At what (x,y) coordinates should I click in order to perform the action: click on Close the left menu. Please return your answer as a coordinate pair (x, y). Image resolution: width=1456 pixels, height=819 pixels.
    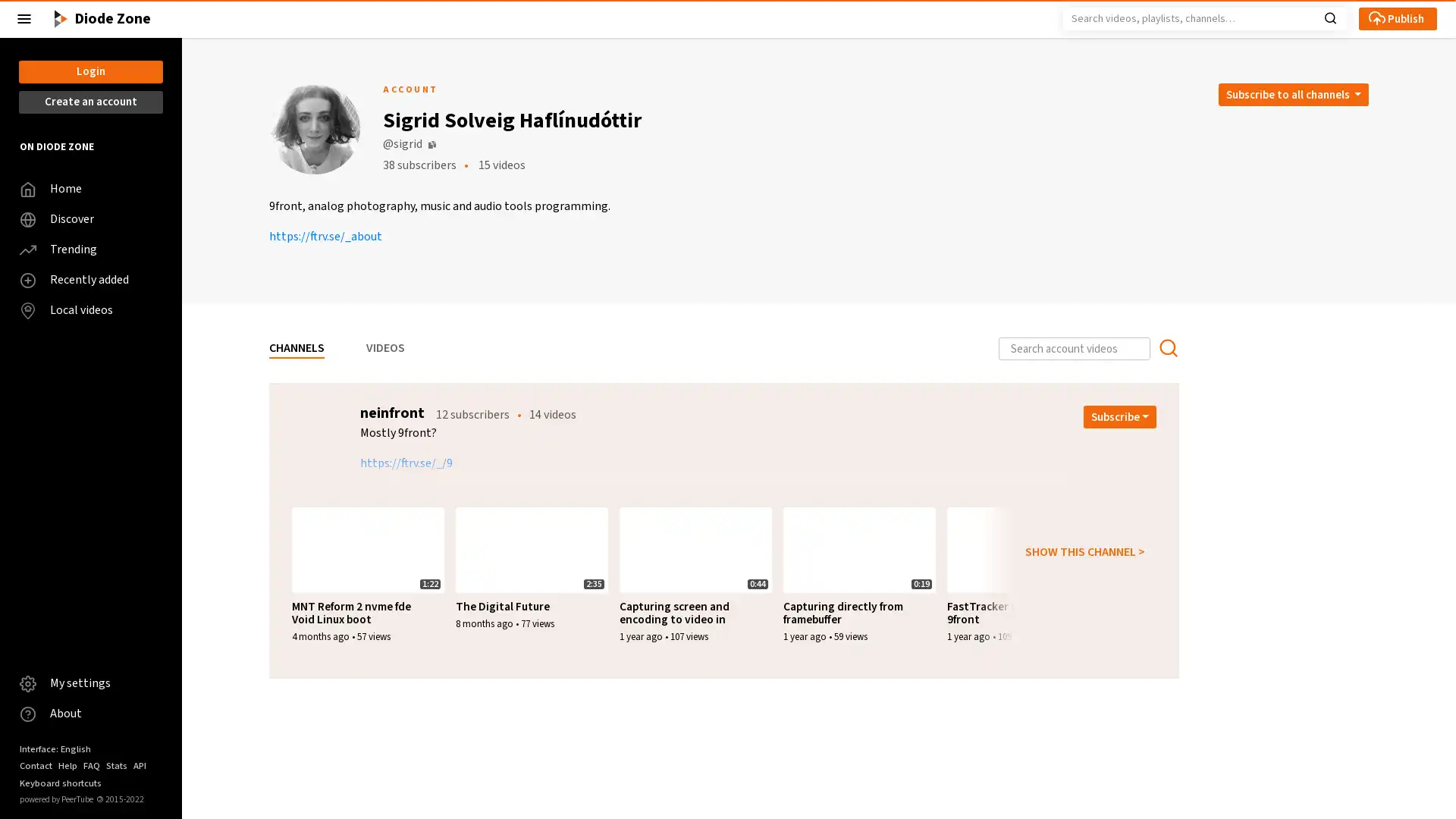
    Looking at the image, I should click on (24, 18).